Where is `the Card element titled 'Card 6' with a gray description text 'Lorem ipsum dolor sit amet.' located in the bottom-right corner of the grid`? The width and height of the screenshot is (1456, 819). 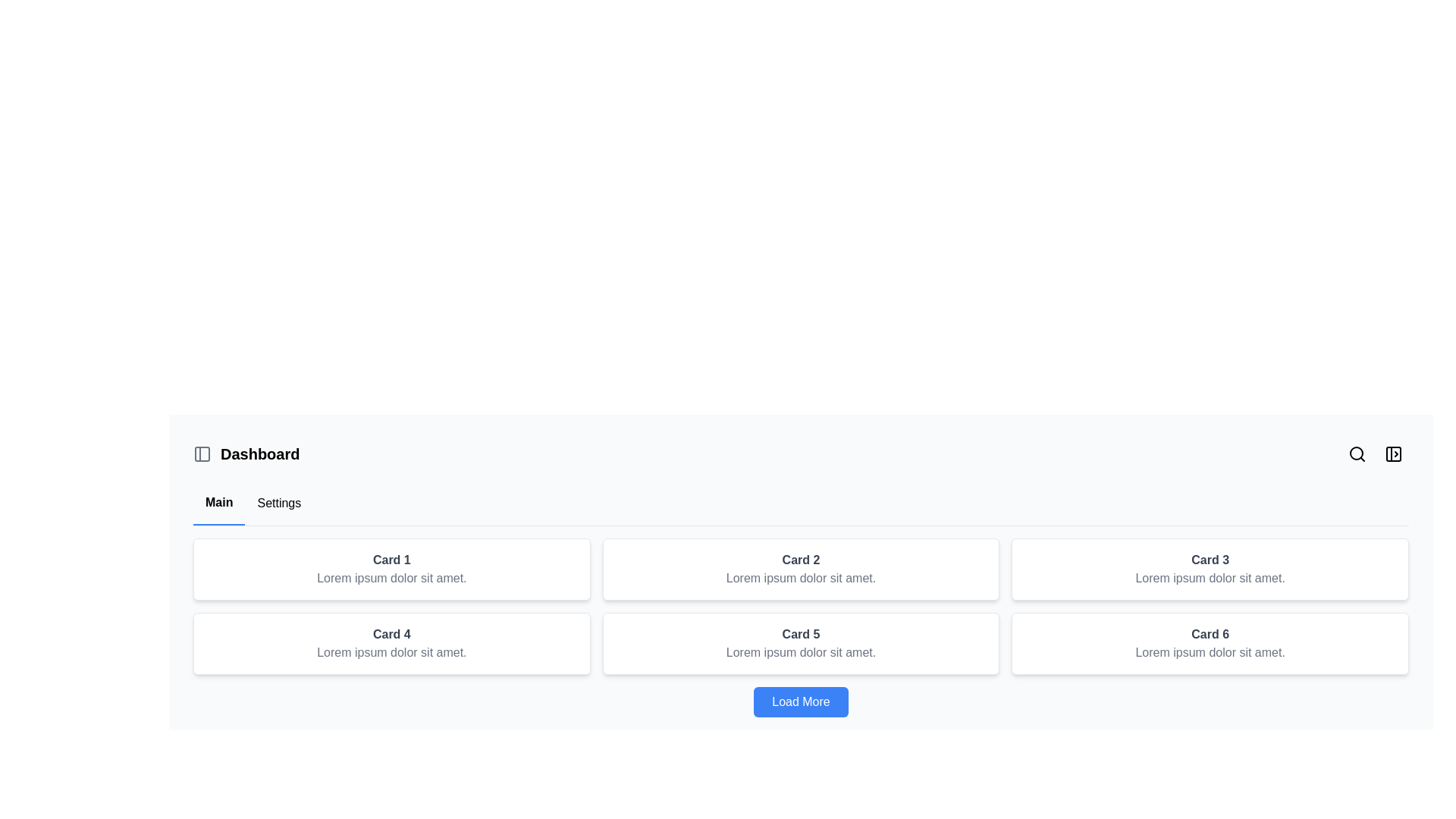
the Card element titled 'Card 6' with a gray description text 'Lorem ipsum dolor sit amet.' located in the bottom-right corner of the grid is located at coordinates (1210, 643).